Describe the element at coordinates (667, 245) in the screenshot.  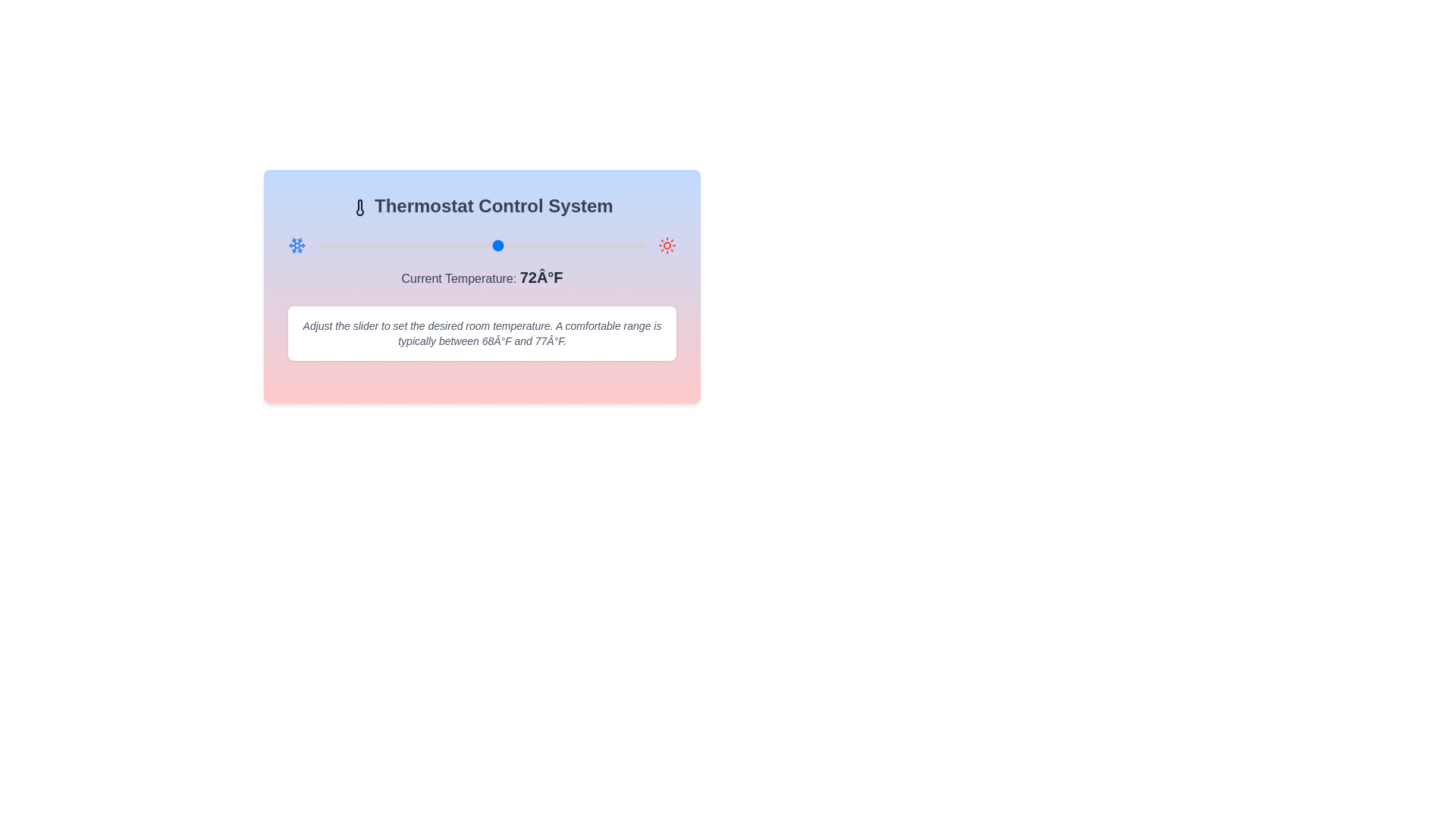
I see `the sun icon in the thermostat controller` at that location.